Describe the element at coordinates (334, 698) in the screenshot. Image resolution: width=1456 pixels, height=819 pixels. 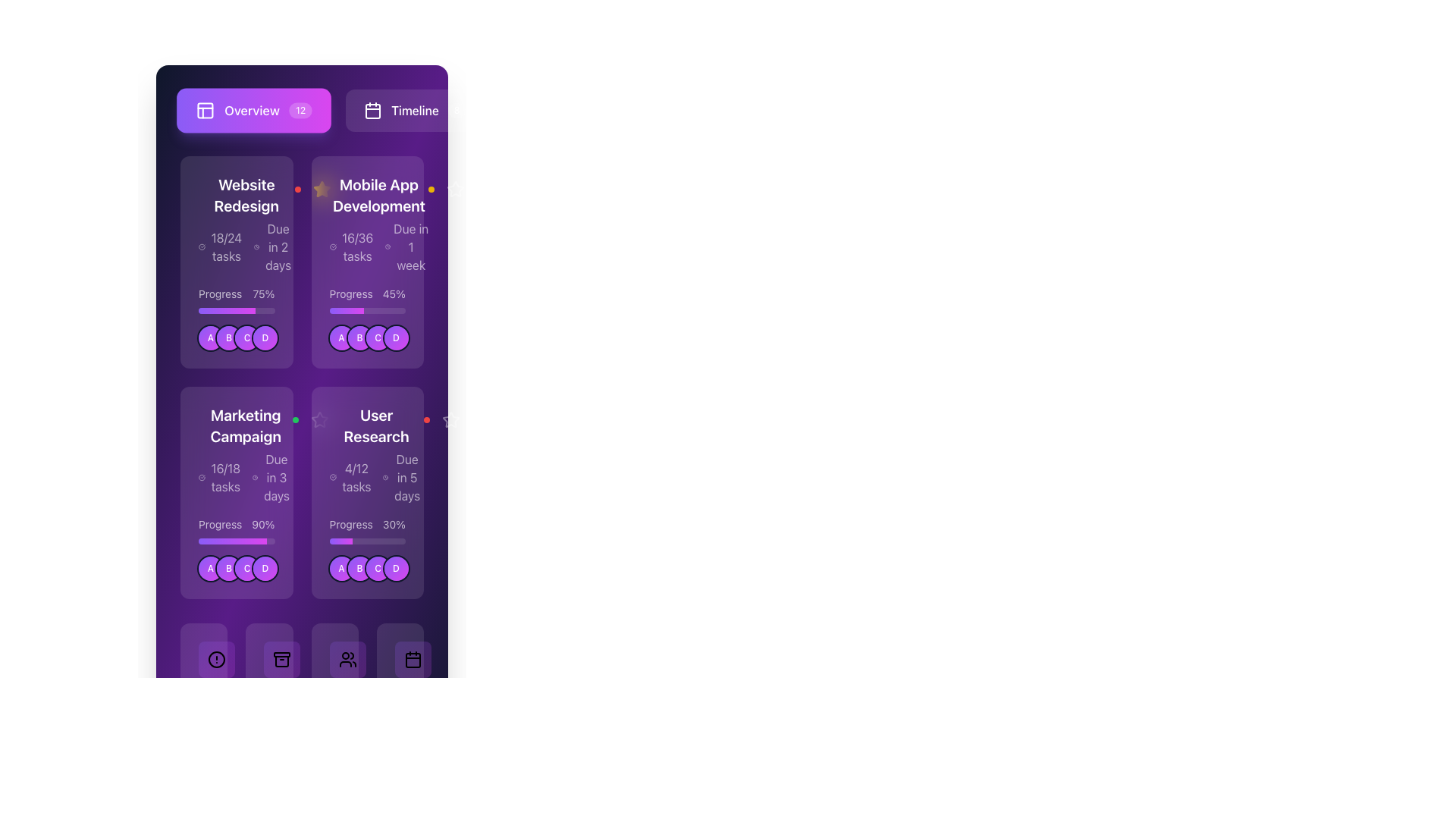
I see `the informational card displaying the number of team members in the project, located in the bottom-right quadrant of the interface` at that location.